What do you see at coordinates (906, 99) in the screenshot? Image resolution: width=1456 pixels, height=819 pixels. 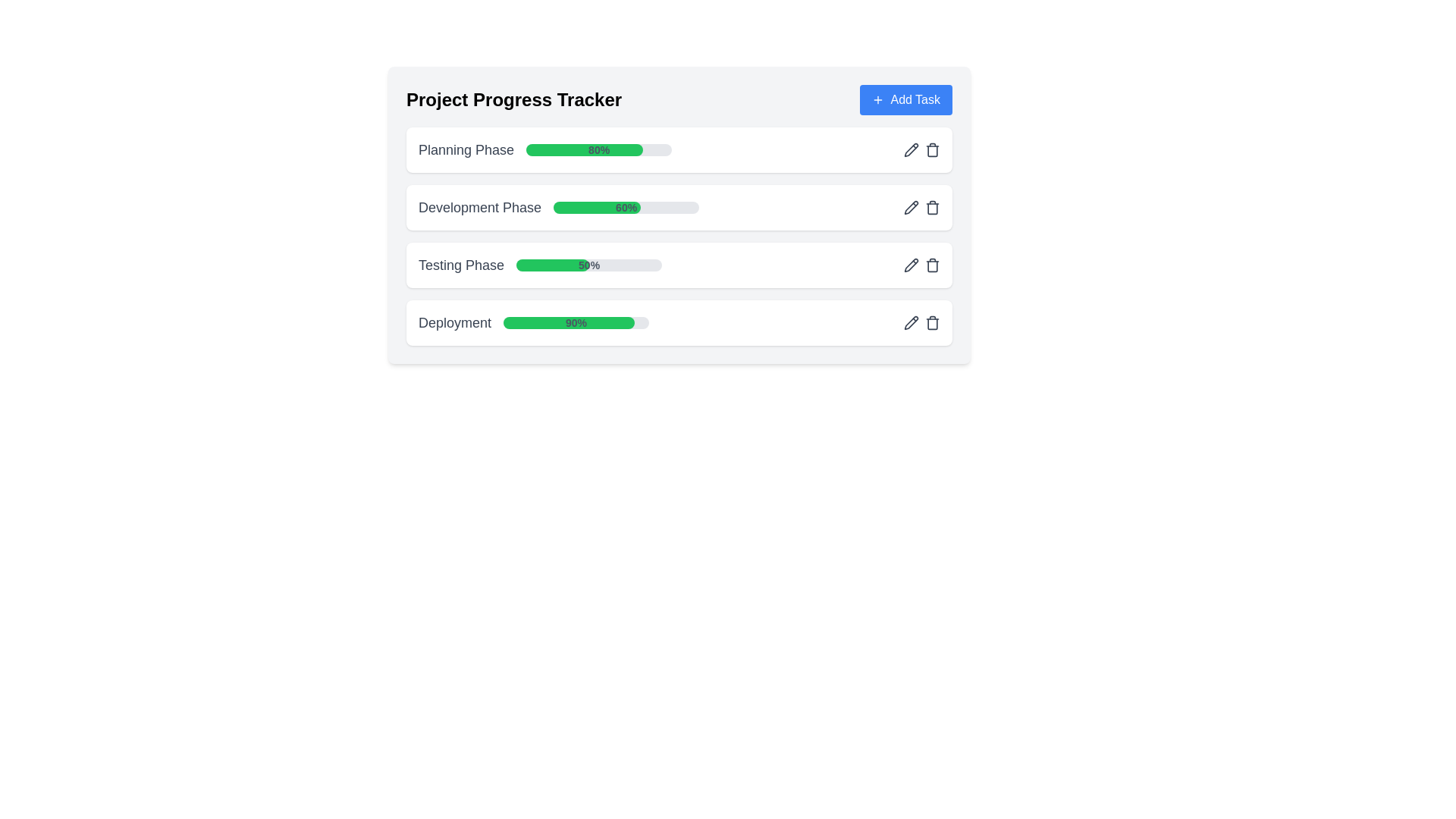 I see `the button located in the upper-right corner of the 'Project Progress Tracker' bar` at bounding box center [906, 99].